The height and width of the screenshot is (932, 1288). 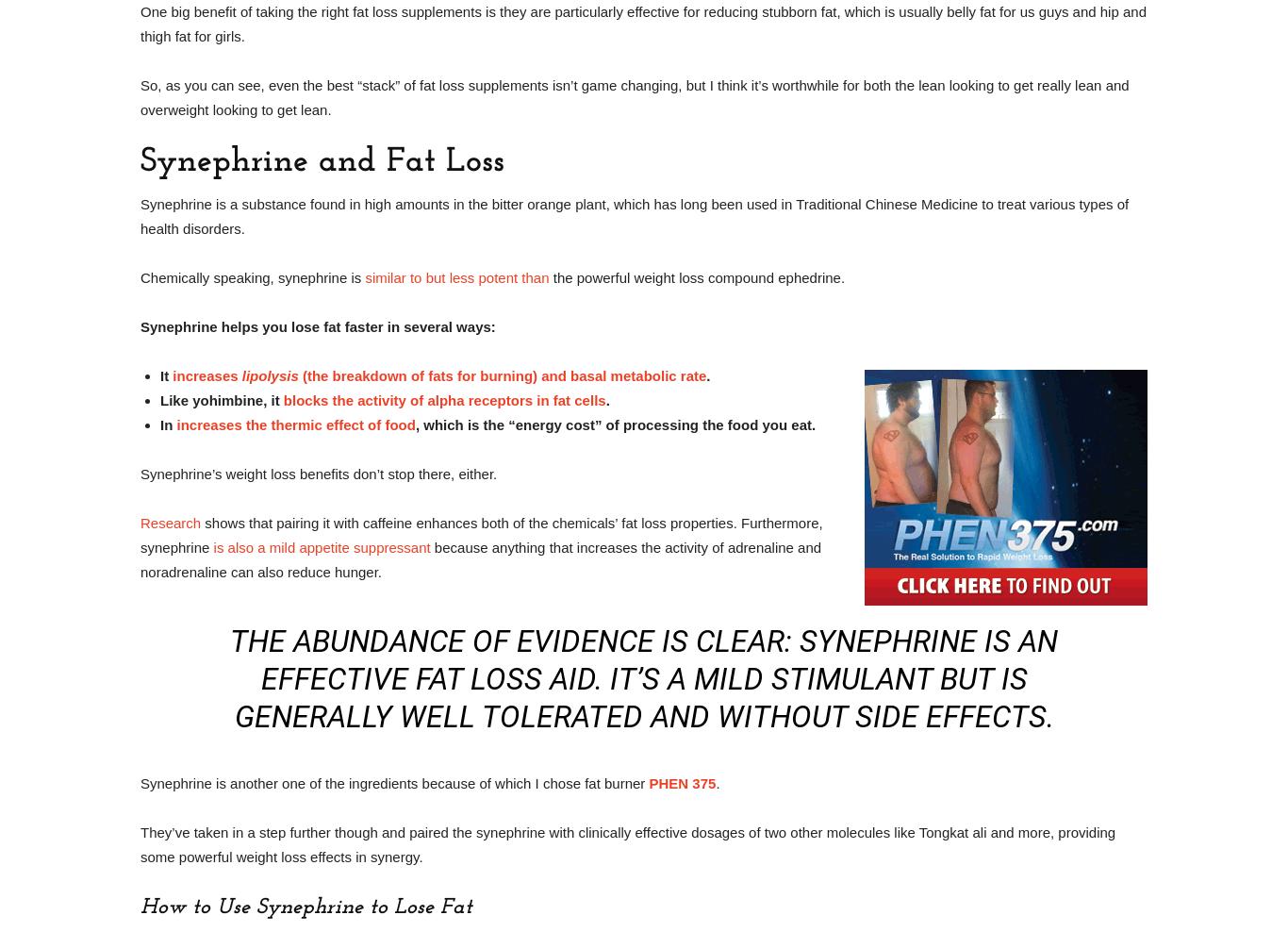 I want to click on 'Synephrine and Fat Loss', so click(x=140, y=161).